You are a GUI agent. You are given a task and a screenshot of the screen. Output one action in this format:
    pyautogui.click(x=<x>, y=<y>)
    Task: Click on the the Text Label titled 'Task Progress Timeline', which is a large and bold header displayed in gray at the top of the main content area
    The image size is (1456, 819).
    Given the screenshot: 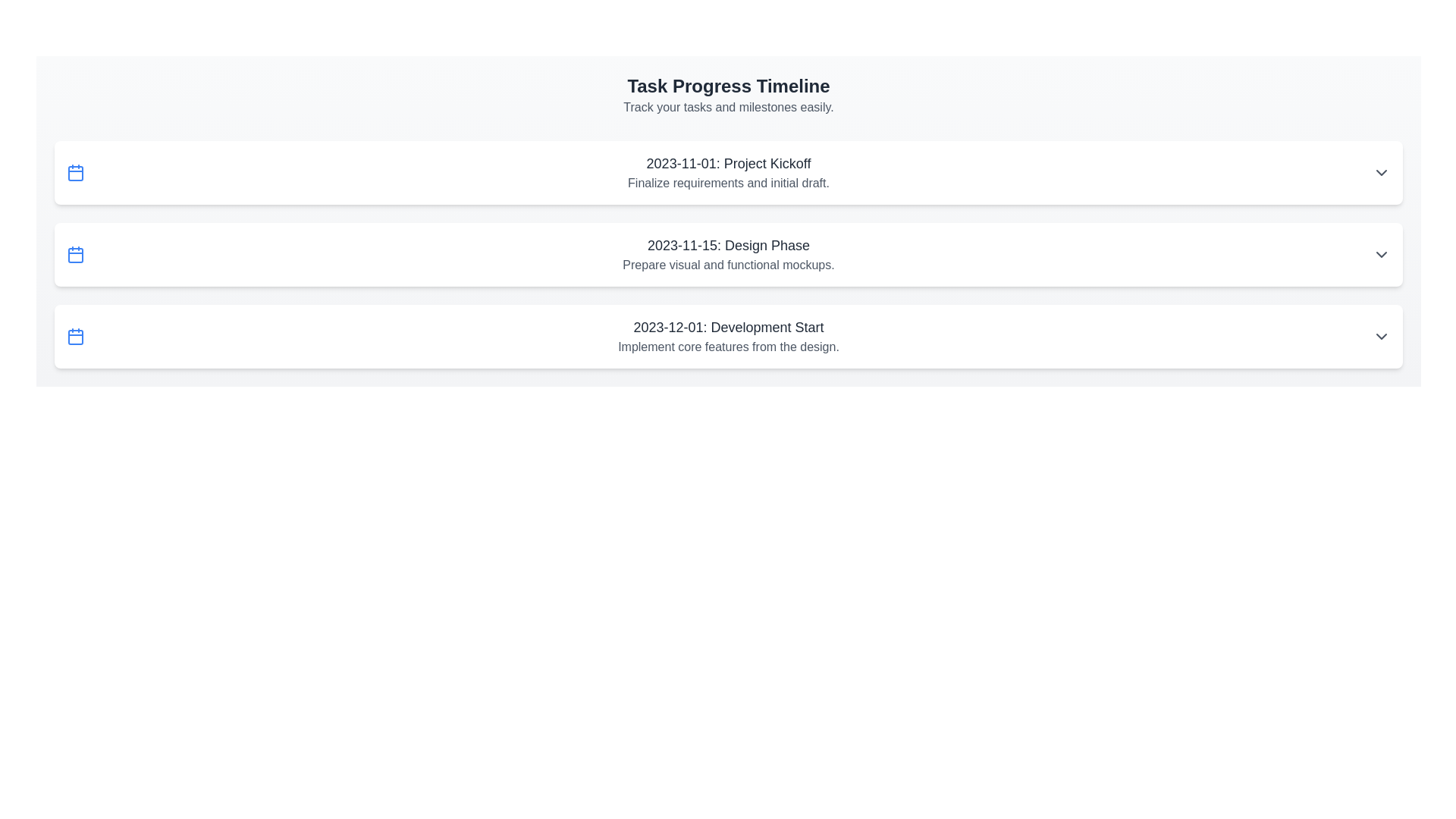 What is the action you would take?
    pyautogui.click(x=728, y=86)
    